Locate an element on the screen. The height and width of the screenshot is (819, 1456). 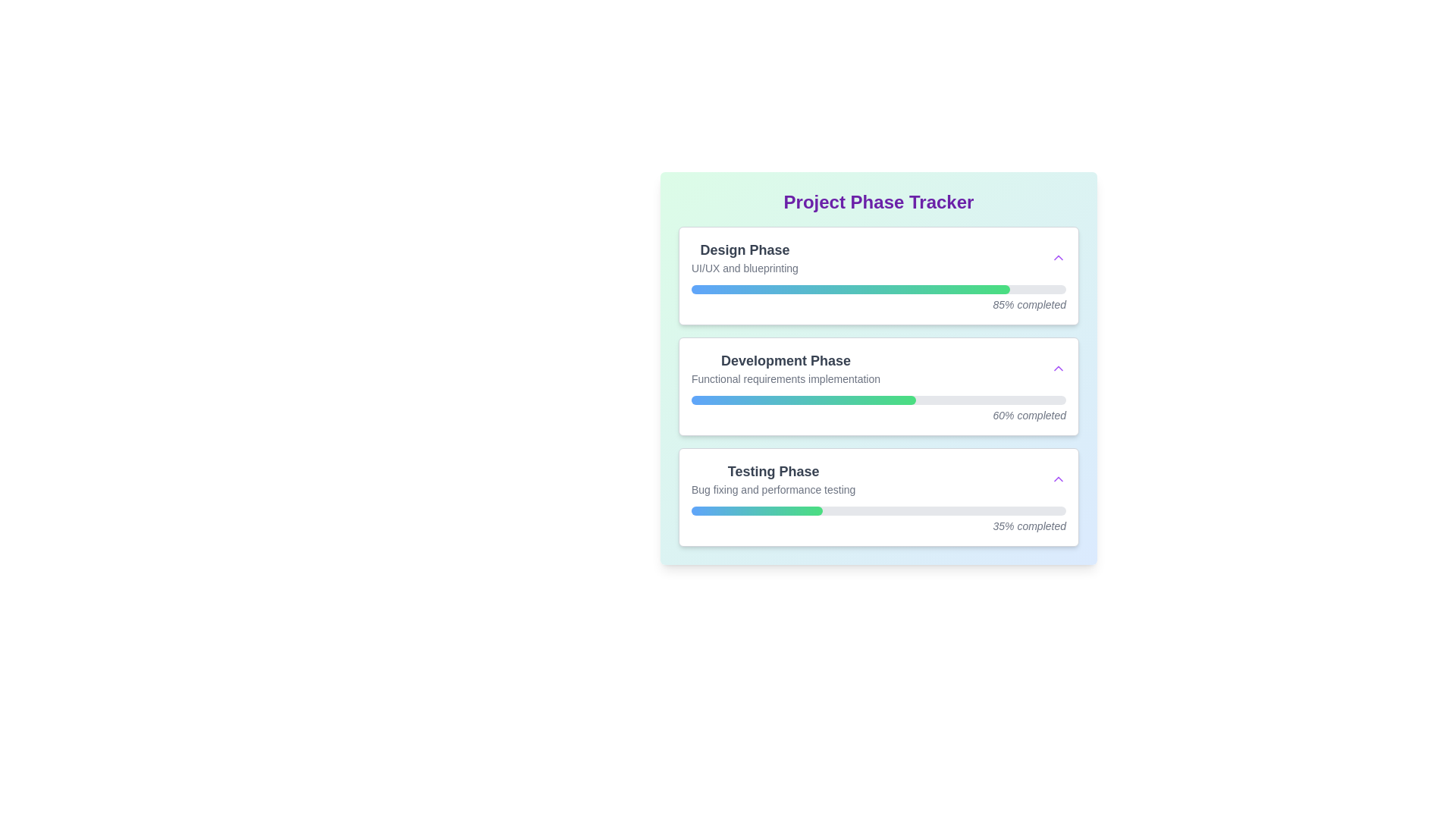
the informational label element displaying the title 'Testing Phase' and description 'Bug fixing and performance testing', which is located below 'Development Phase' and above a progress bar is located at coordinates (773, 479).